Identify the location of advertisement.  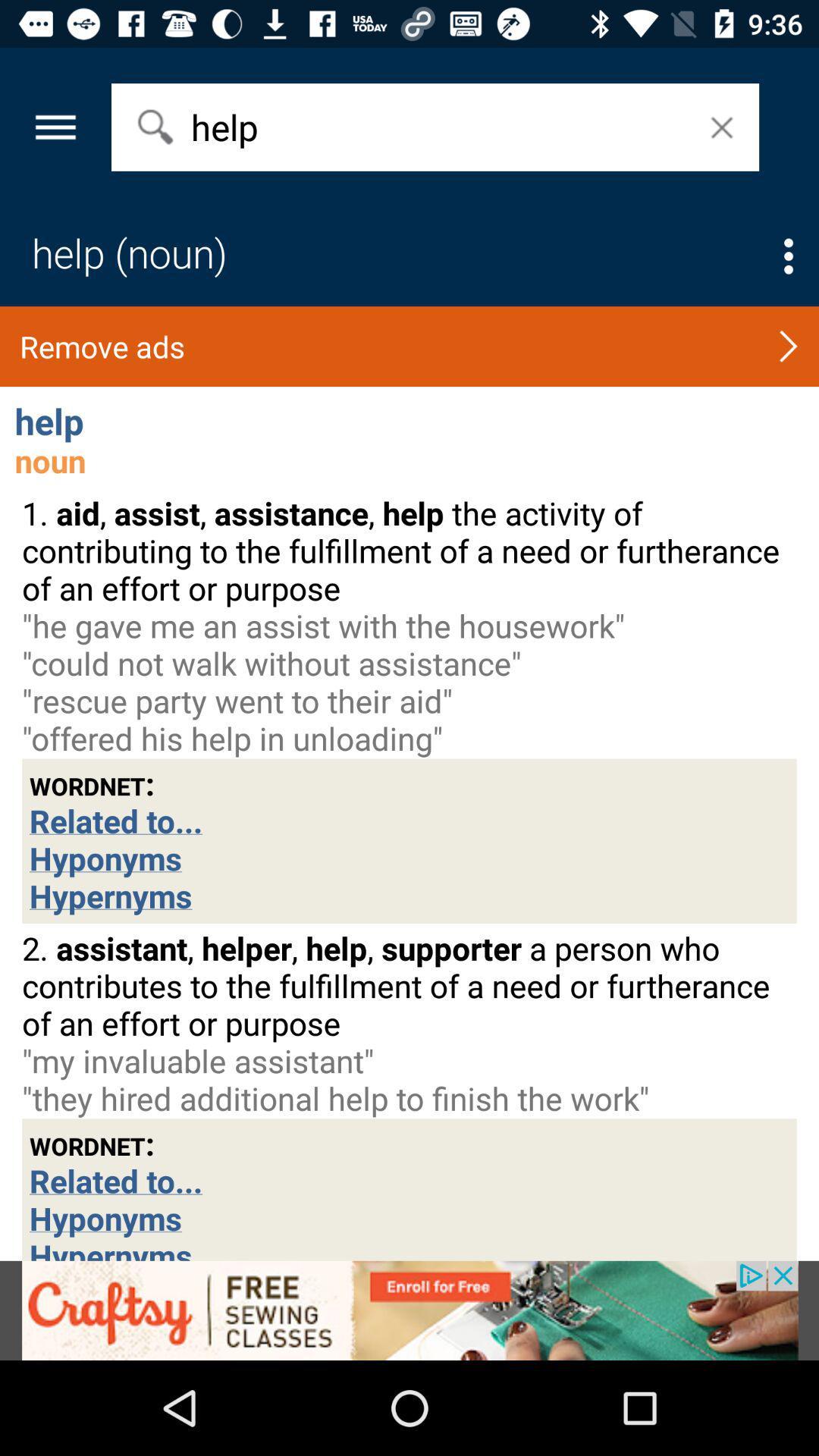
(409, 1310).